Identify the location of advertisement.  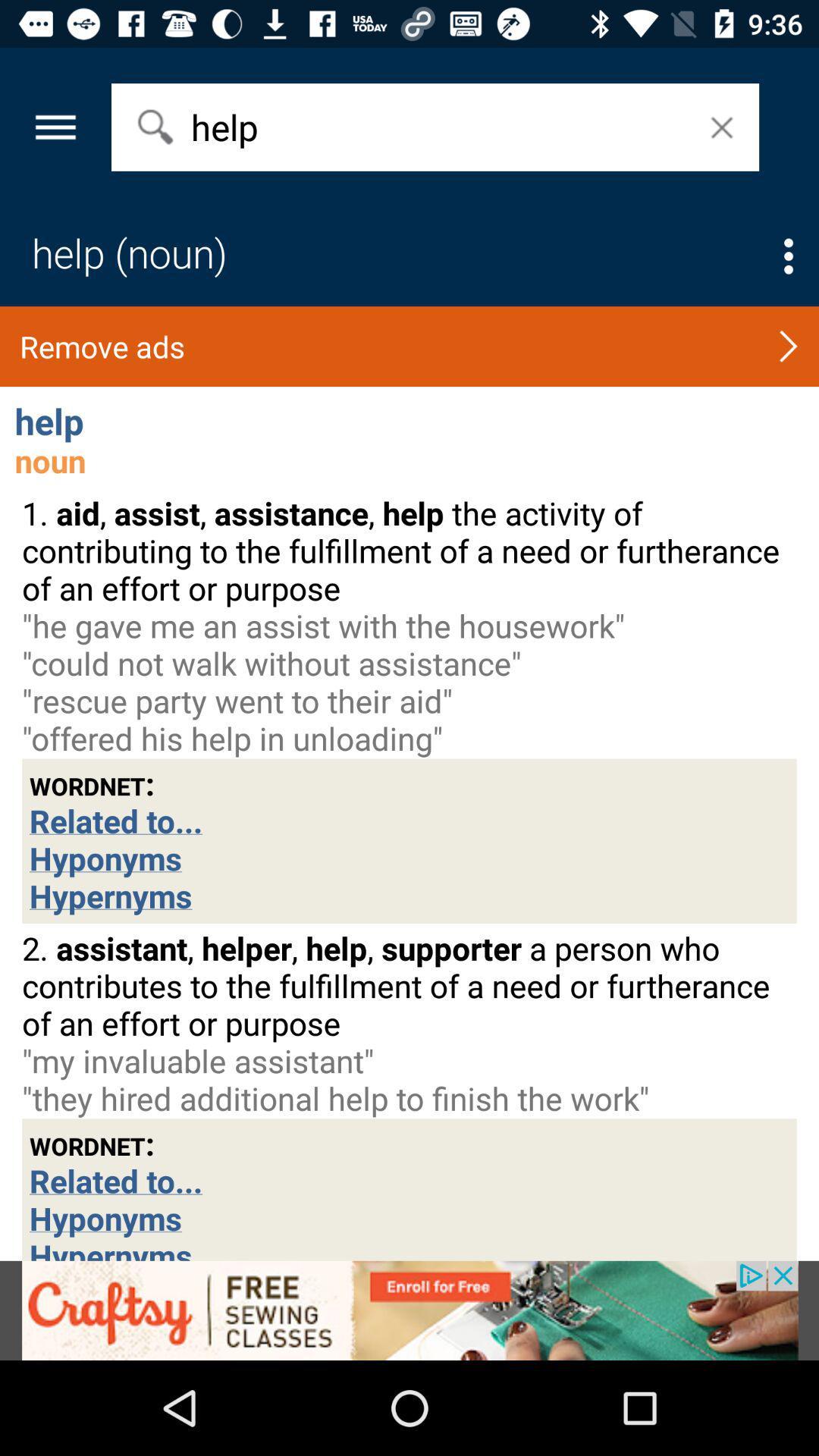
(409, 1310).